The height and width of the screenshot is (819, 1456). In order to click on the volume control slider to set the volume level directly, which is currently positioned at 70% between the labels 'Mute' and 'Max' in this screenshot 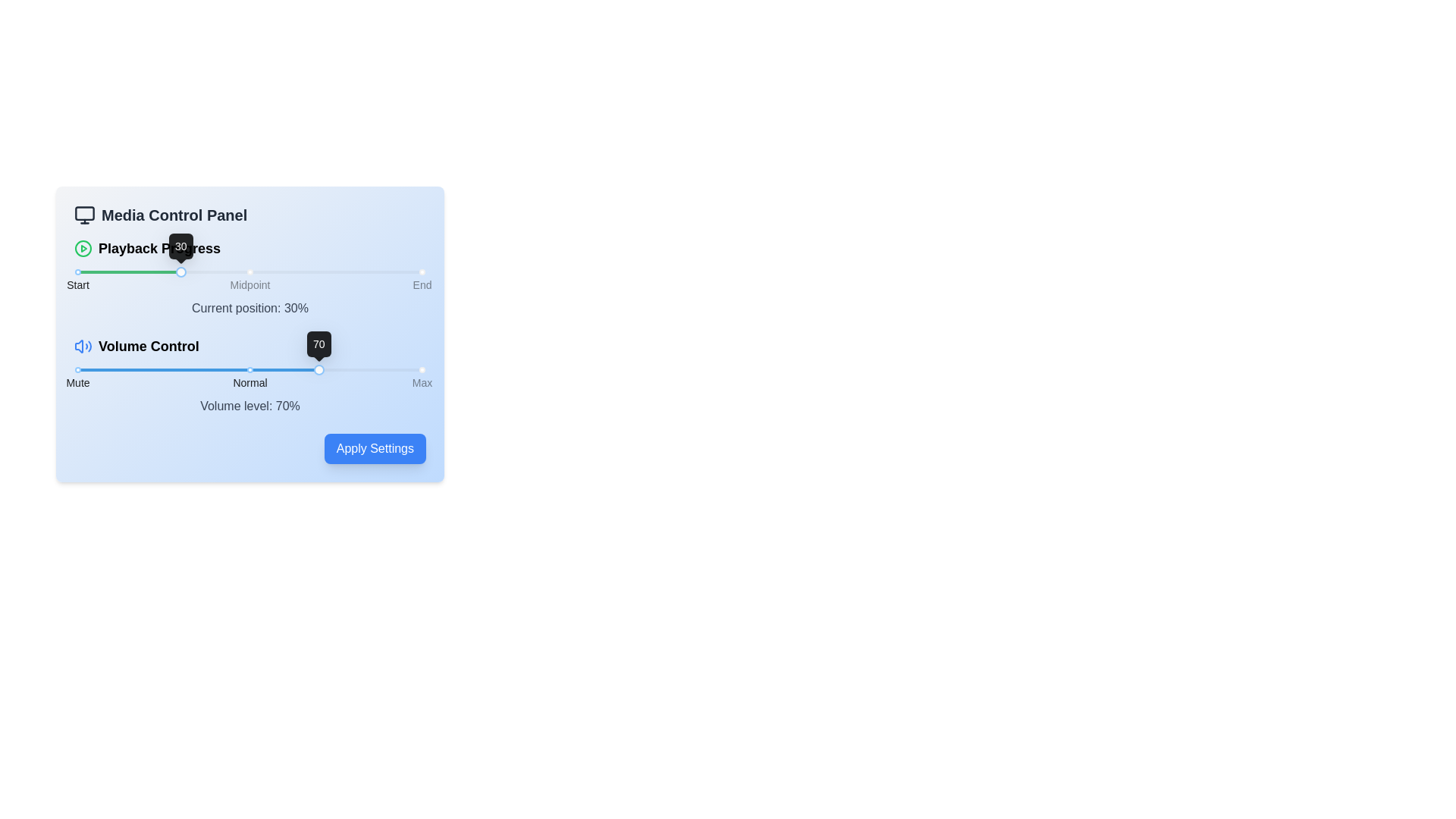, I will do `click(250, 375)`.